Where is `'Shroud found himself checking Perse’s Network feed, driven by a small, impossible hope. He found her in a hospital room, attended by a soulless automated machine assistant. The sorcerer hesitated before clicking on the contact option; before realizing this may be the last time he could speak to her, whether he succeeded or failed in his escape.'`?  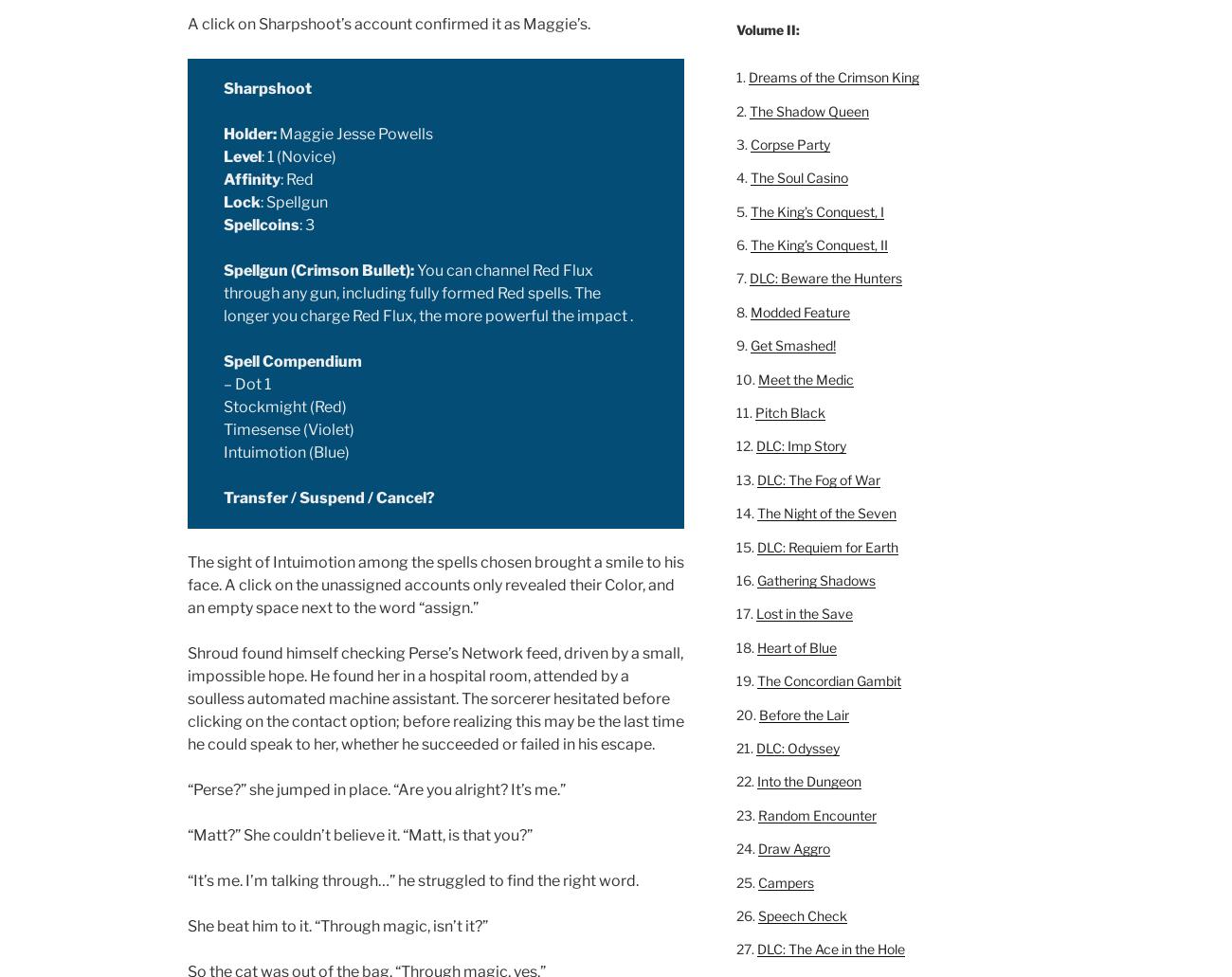
'Shroud found himself checking Perse’s Network feed, driven by a small, impossible hope. He found her in a hospital room, attended by a soulless automated machine assistant. The sorcerer hesitated before clicking on the contact option; before realizing this may be the last time he could speak to her, whether he succeeded or failed in his escape.' is located at coordinates (434, 697).